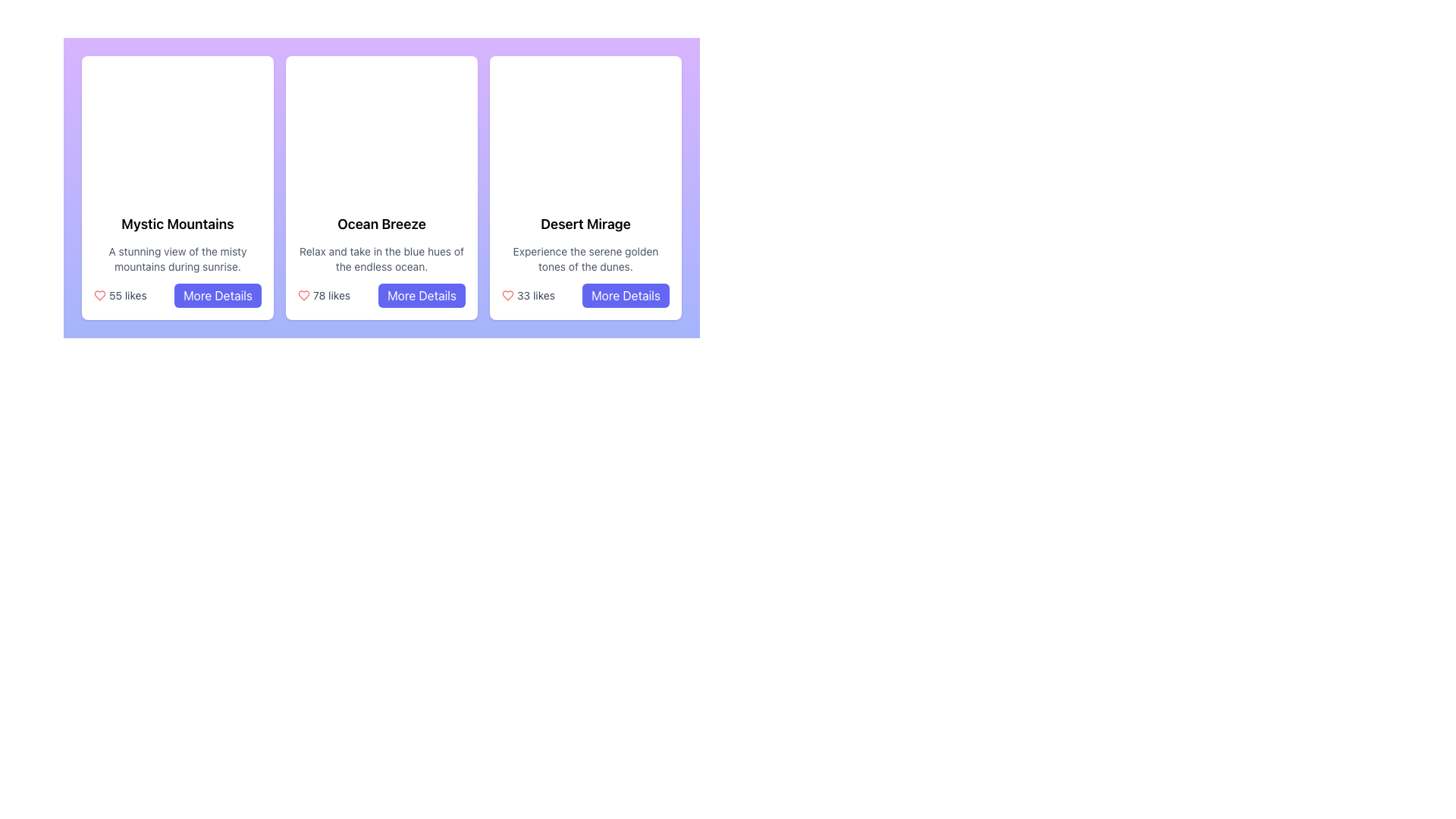 The image size is (1456, 819). I want to click on the 'More Details' button located beneath the '33 likes' text label in the bottom section of the 'Desert Mirage' card, so click(585, 295).